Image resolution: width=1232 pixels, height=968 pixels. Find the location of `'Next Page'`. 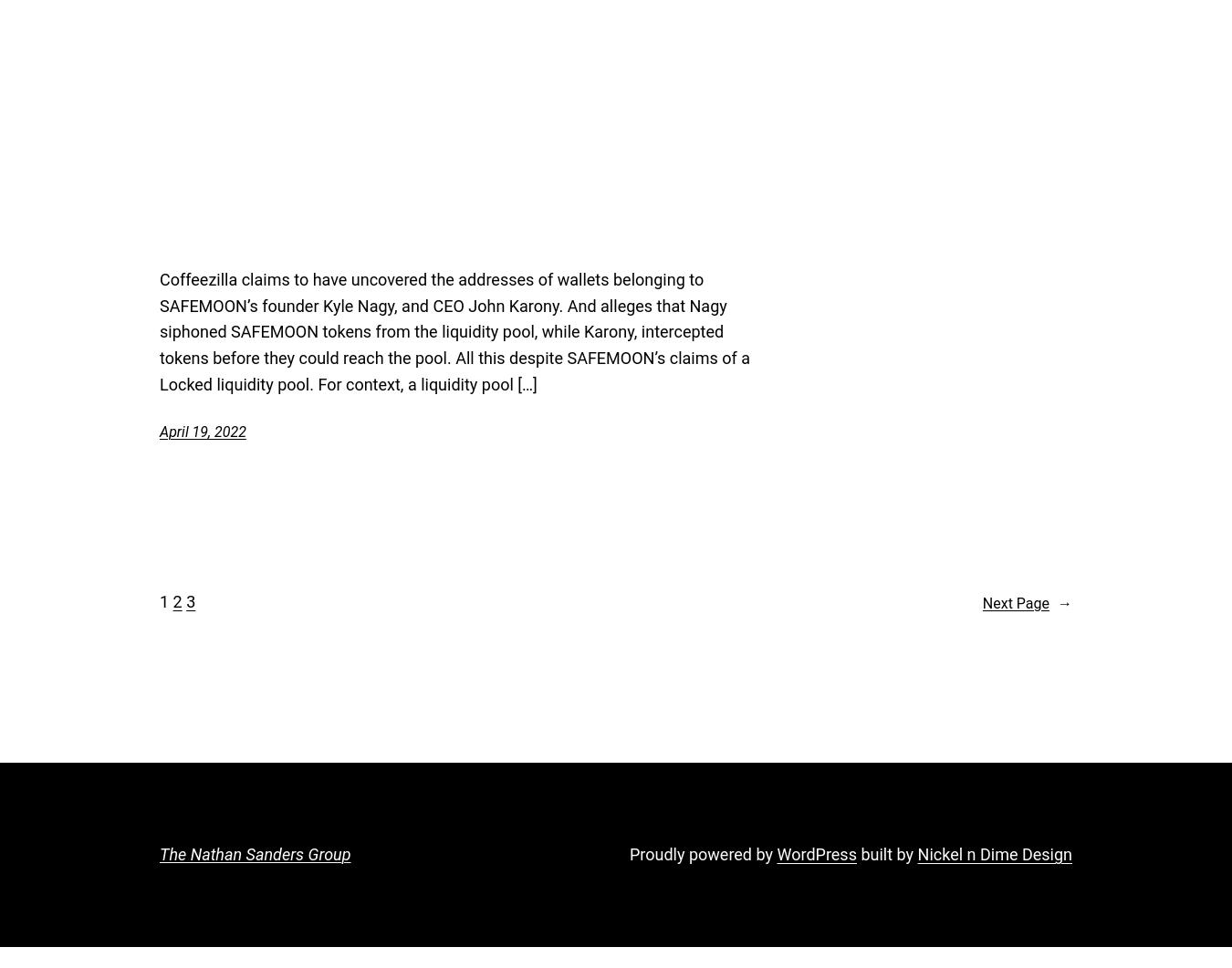

'Next Page' is located at coordinates (981, 601).